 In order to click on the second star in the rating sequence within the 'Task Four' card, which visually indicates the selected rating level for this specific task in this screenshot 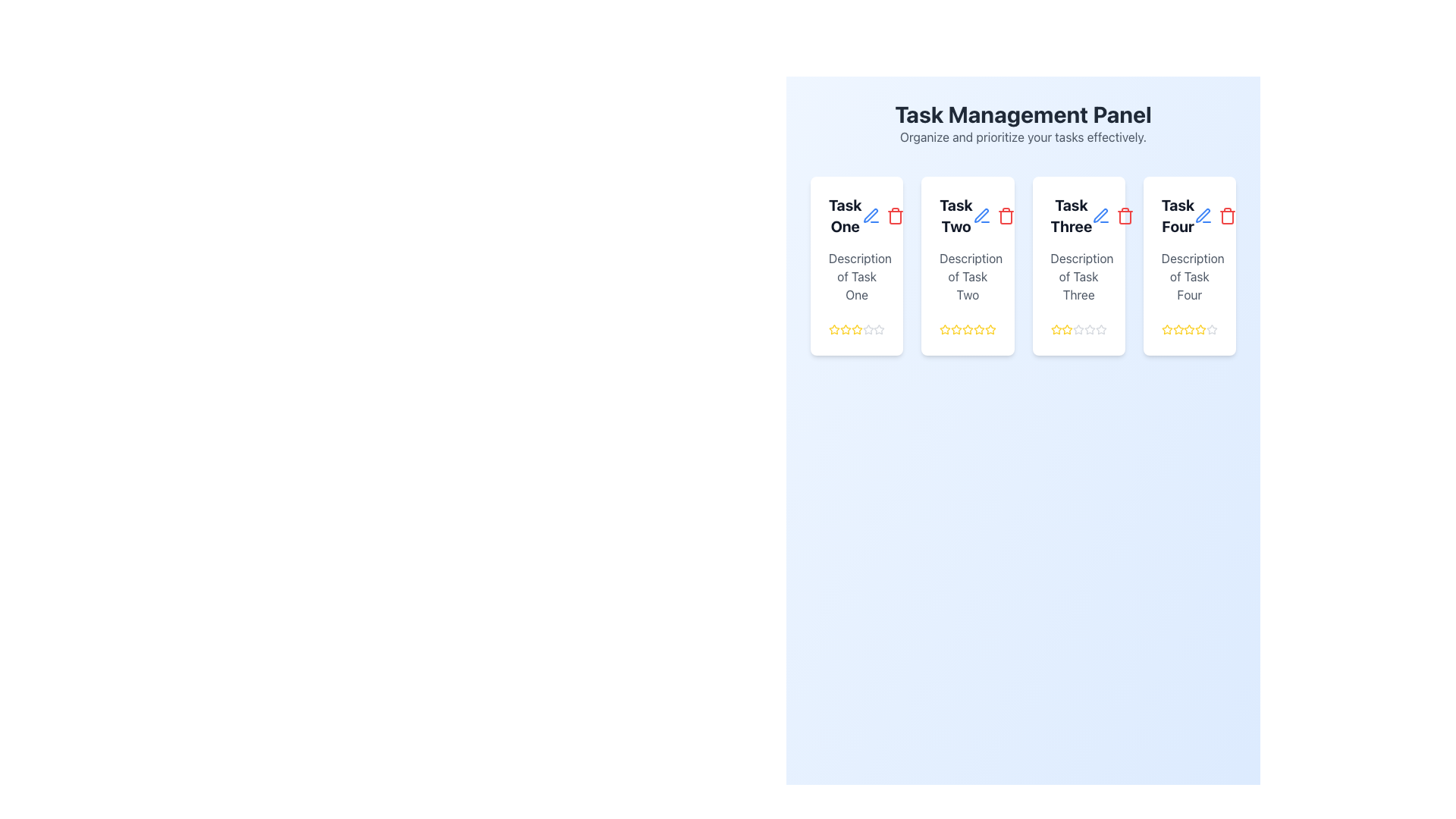, I will do `click(1178, 329)`.